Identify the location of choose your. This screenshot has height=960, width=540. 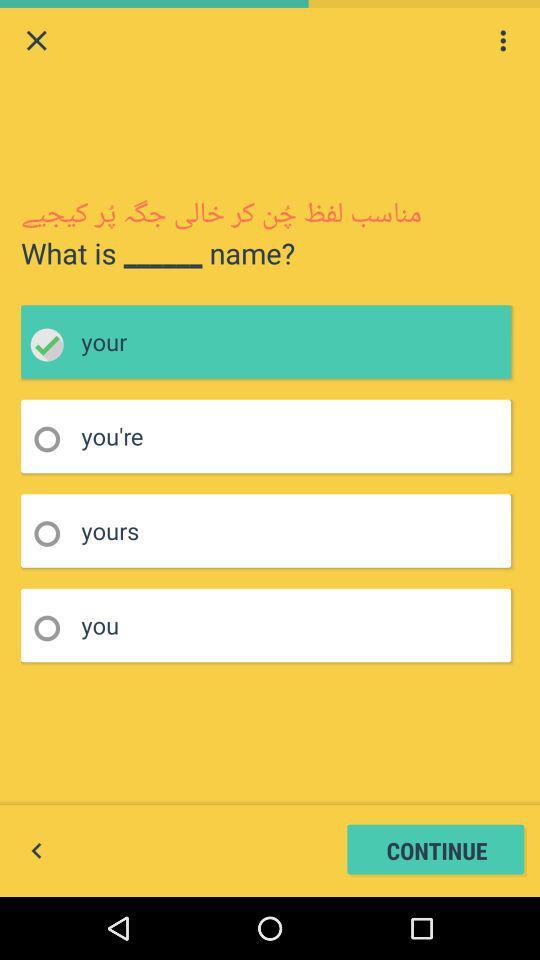
(53, 345).